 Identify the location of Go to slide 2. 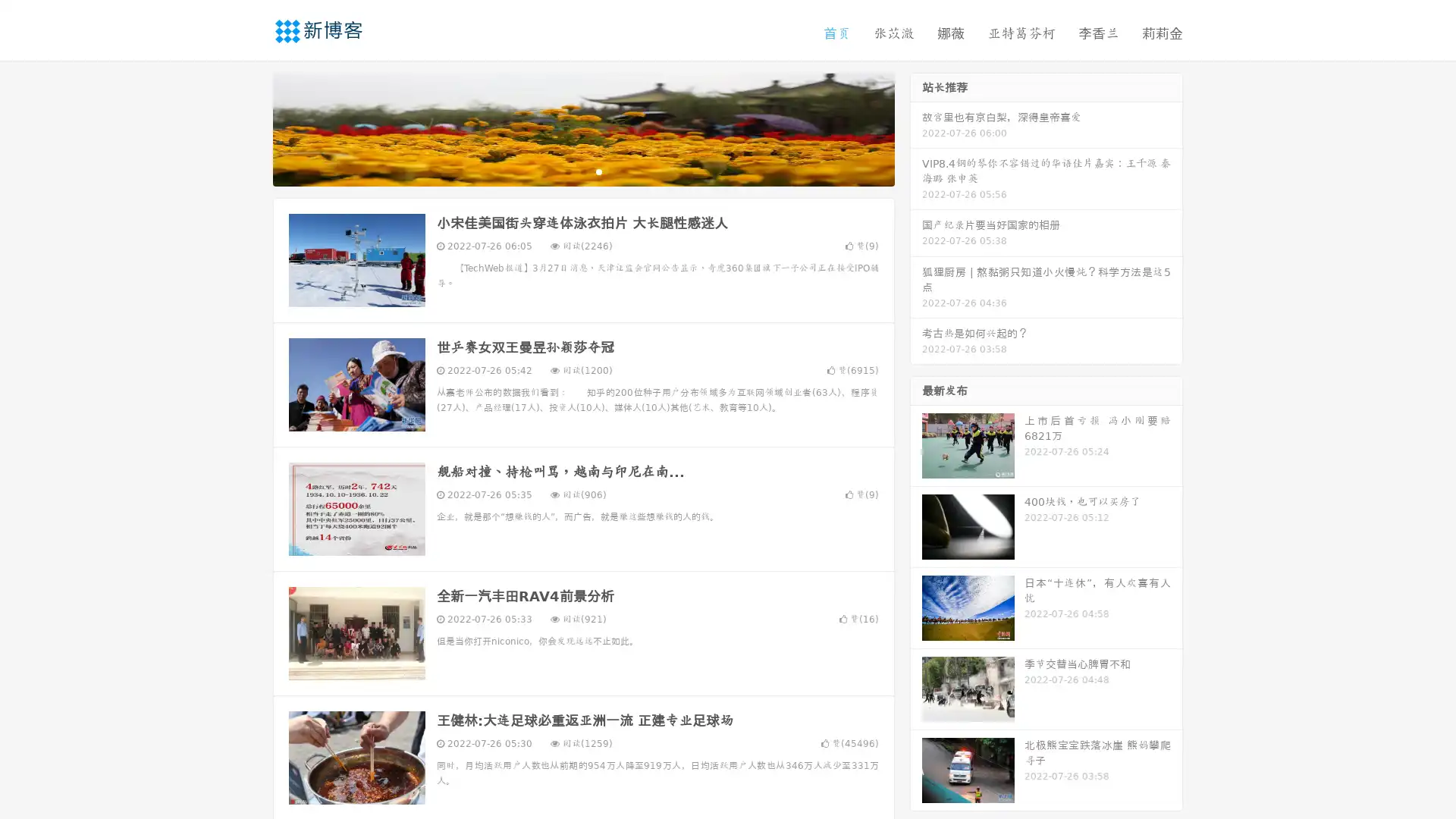
(582, 171).